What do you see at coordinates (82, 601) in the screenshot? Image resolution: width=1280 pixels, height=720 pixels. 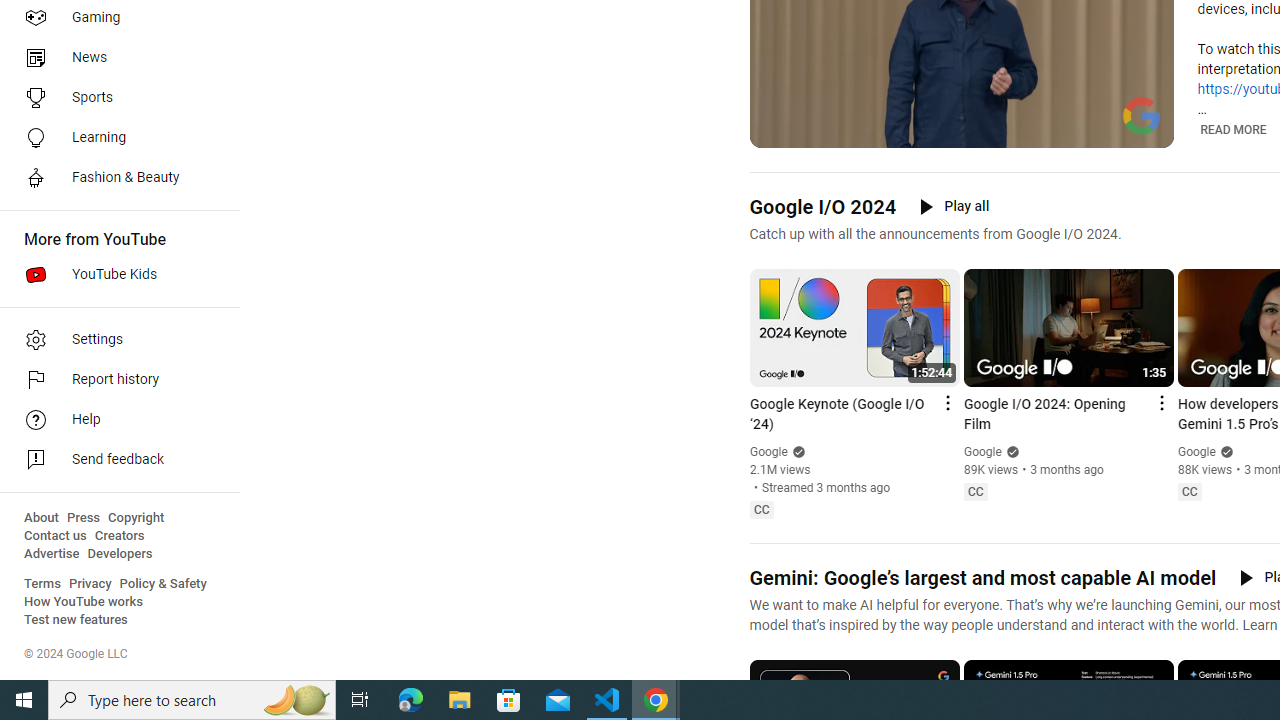 I see `'How YouTube works'` at bounding box center [82, 601].